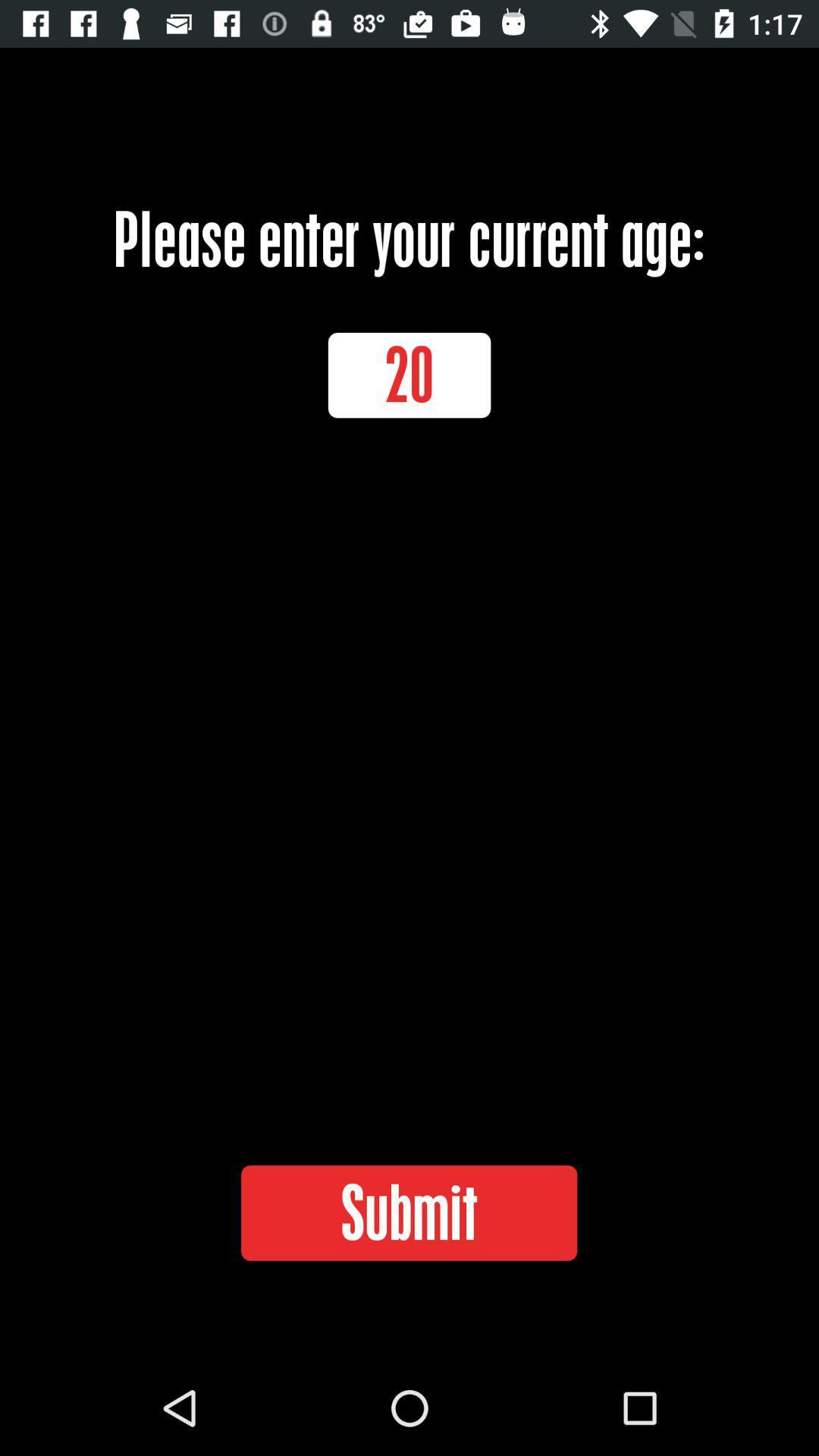 Image resolution: width=819 pixels, height=1456 pixels. Describe the element at coordinates (409, 375) in the screenshot. I see `the item above submit icon` at that location.